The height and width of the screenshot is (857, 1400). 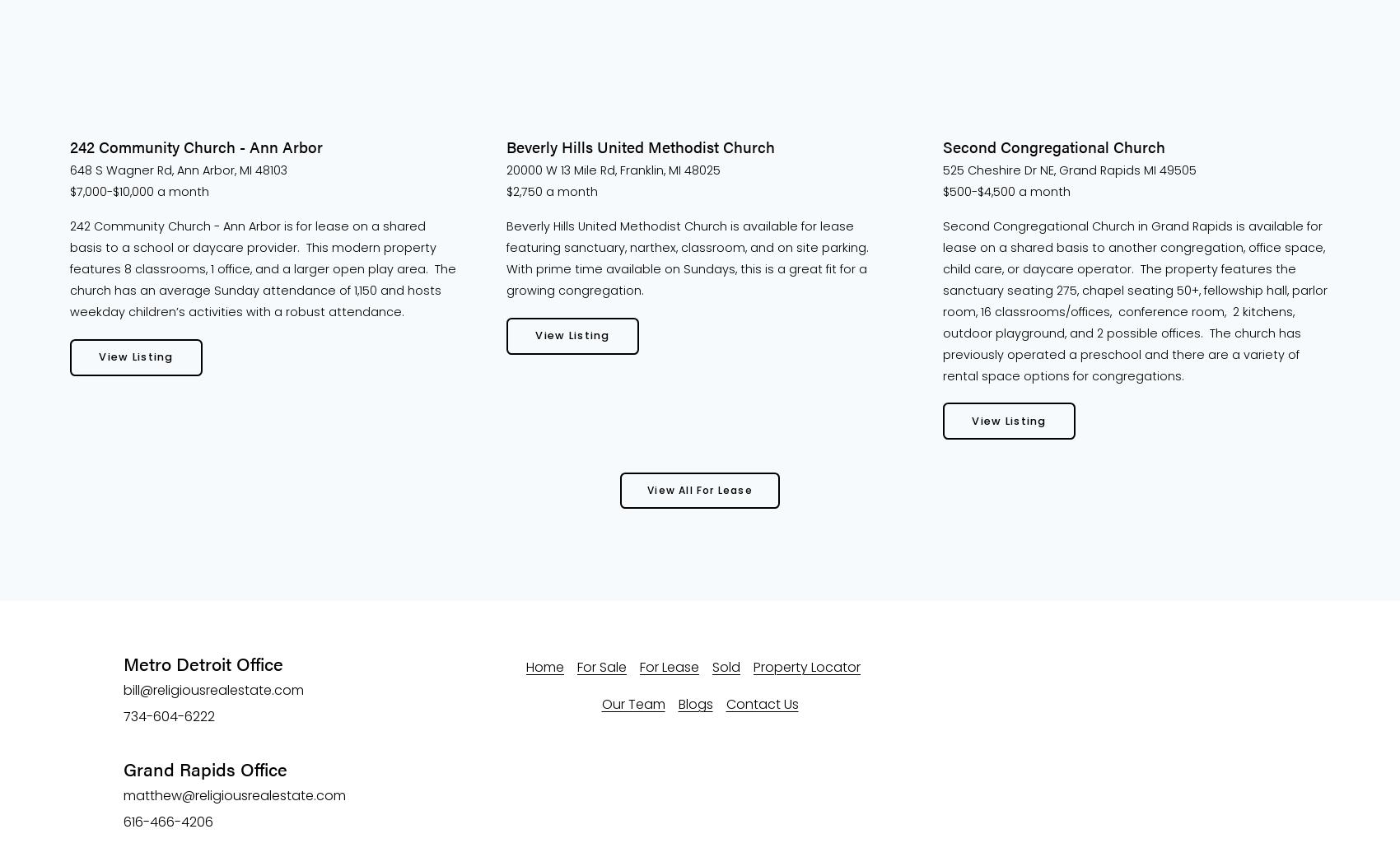 I want to click on '20000 W 13 Mile Rd, Franklin, MI 48025', so click(x=506, y=170).